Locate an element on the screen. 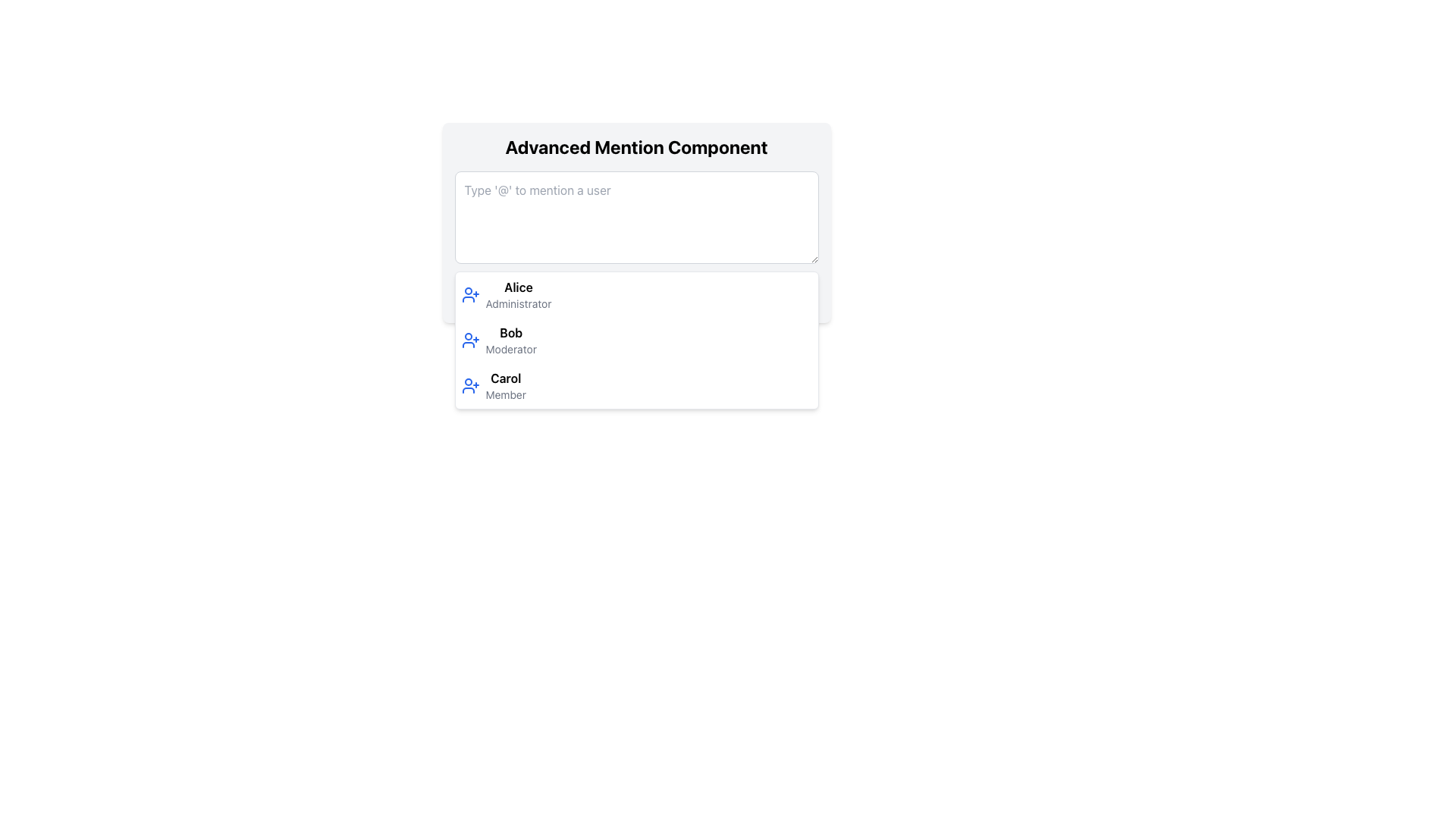 The image size is (1456, 819). the second list item in the dropdown menu labeled 'Advanced Mention Component' is located at coordinates (636, 339).